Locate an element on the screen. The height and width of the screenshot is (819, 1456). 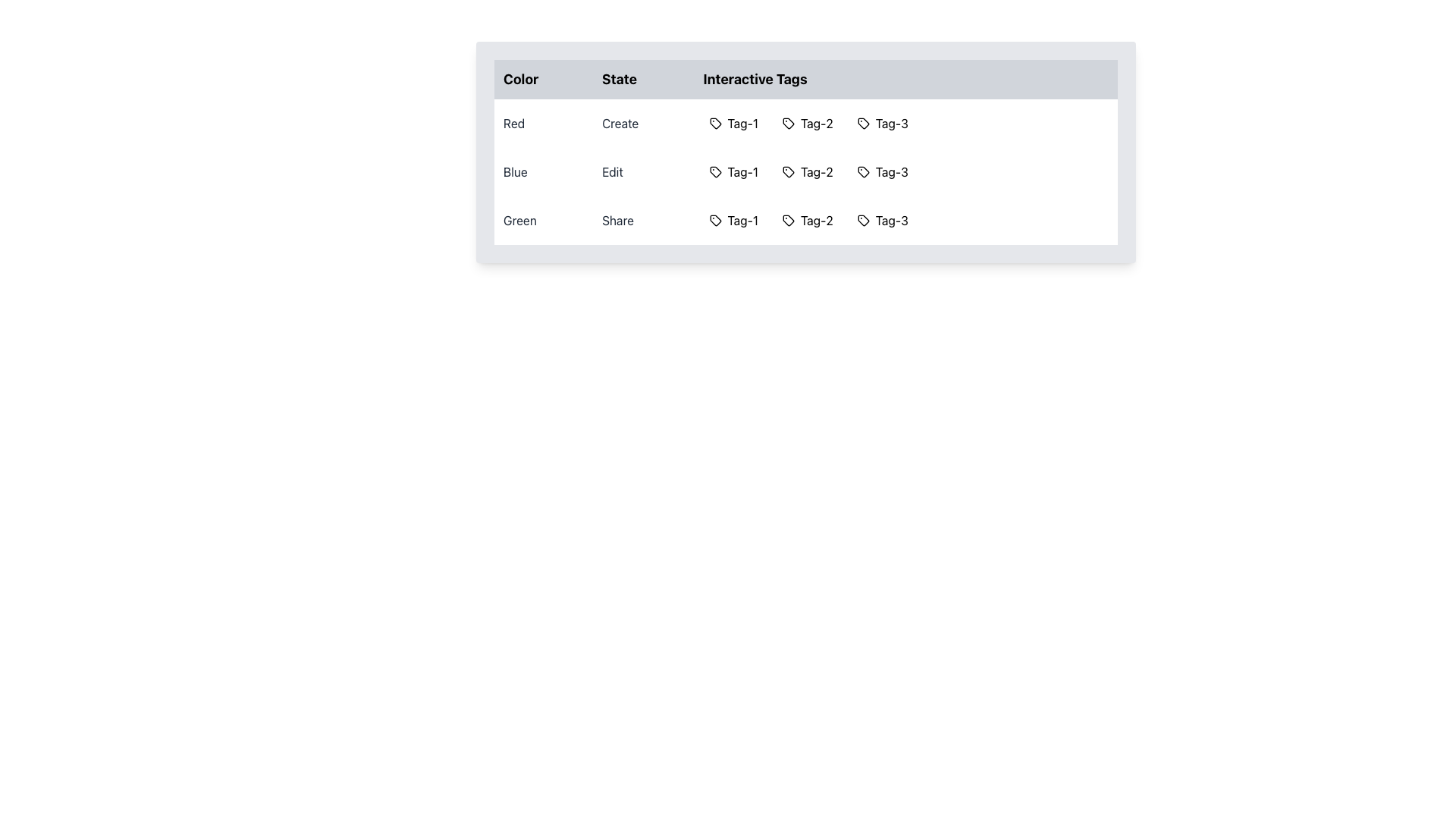
the third interactive tag icon in the 'Interactive Tags' column of the first row, which represents the 'Red' color and 'Create' state is located at coordinates (863, 122).